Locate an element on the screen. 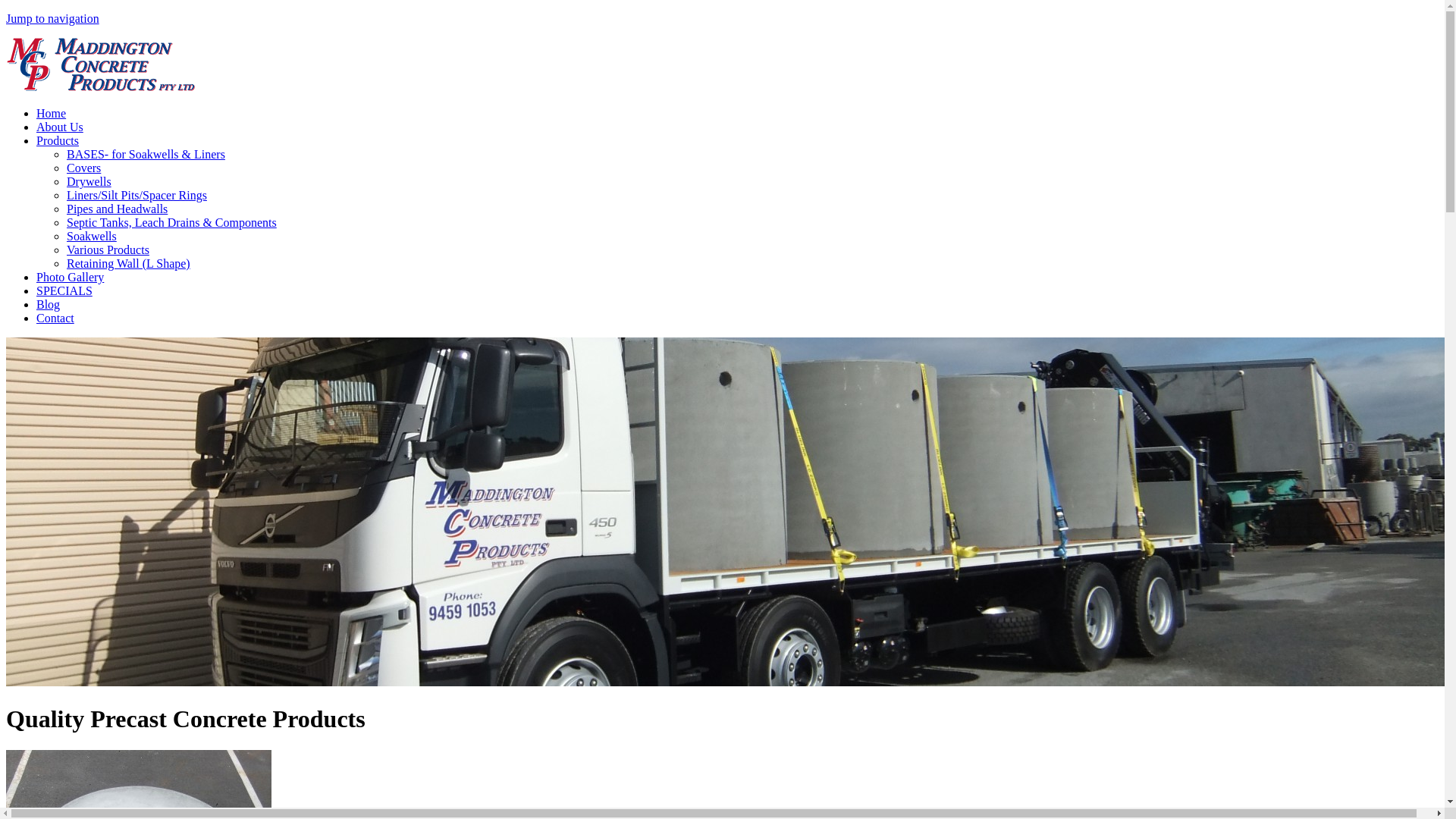  'Contact' is located at coordinates (55, 317).